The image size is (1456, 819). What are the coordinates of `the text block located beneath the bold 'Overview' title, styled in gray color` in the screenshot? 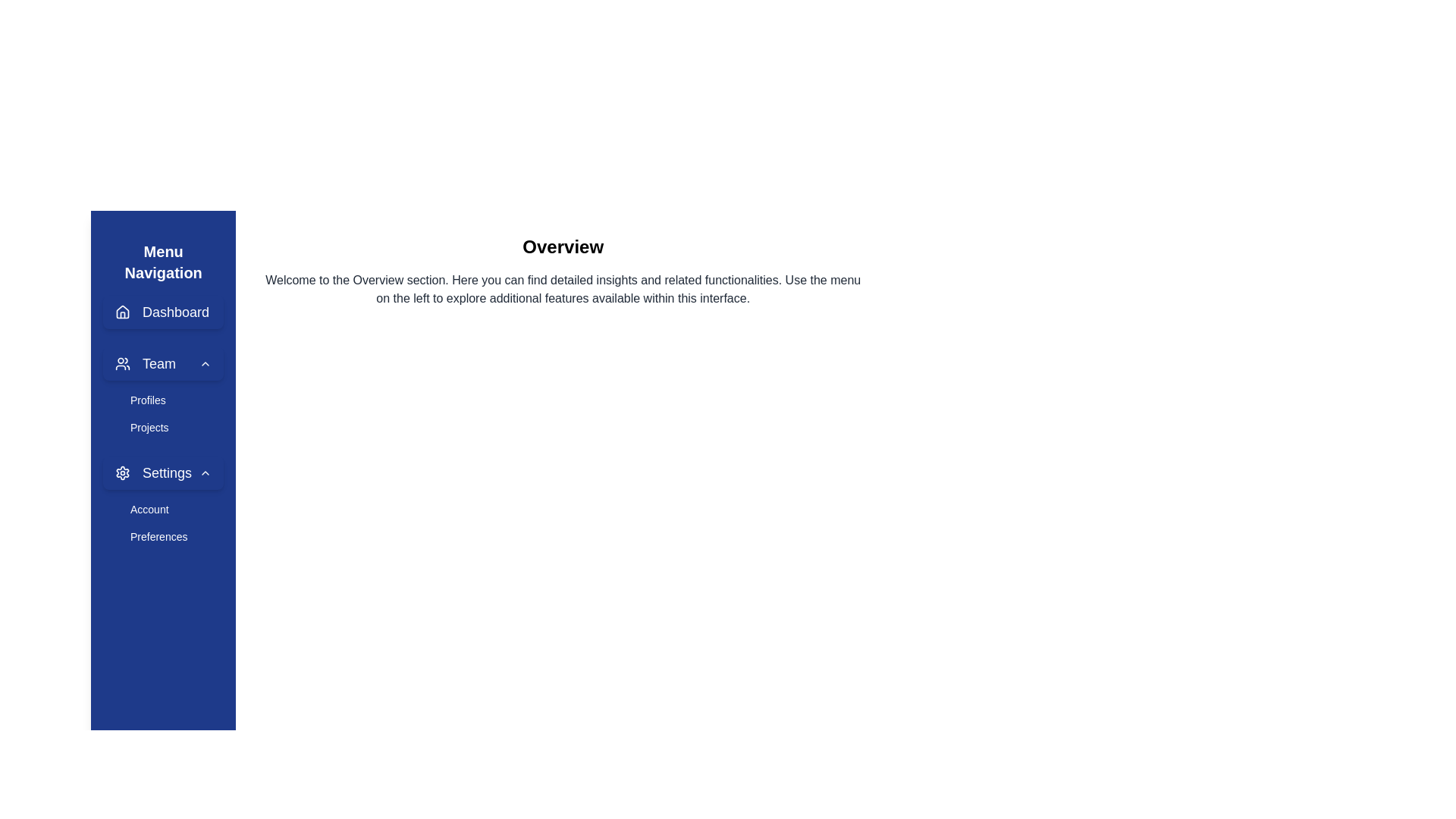 It's located at (562, 289).